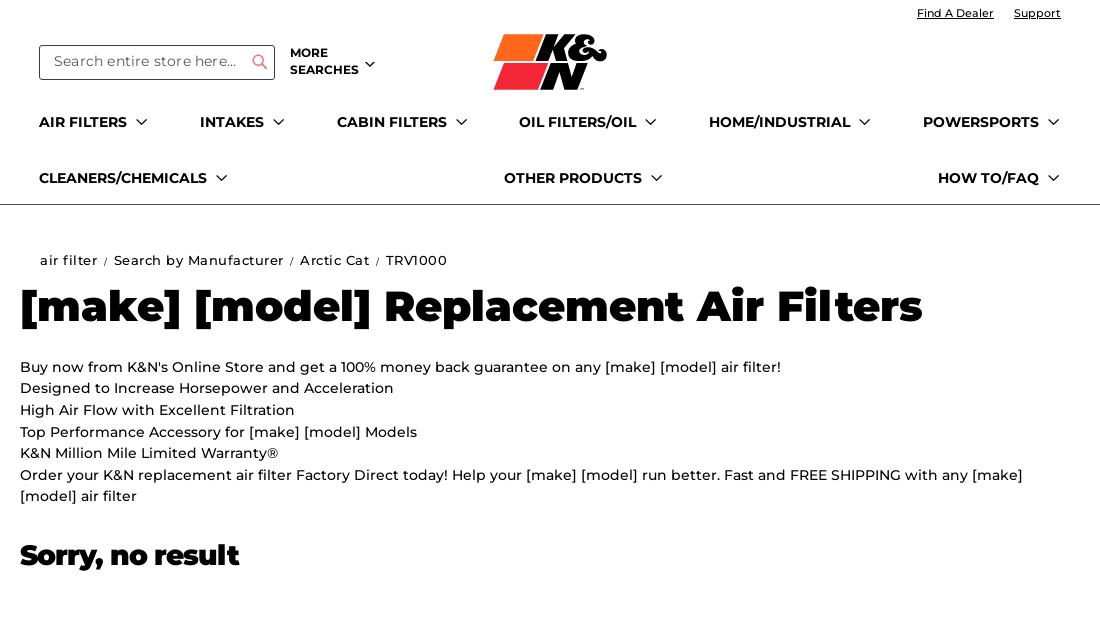 The height and width of the screenshot is (623, 1100). What do you see at coordinates (38, 176) in the screenshot?
I see `'CLEANERS/CHEMICALS'` at bounding box center [38, 176].